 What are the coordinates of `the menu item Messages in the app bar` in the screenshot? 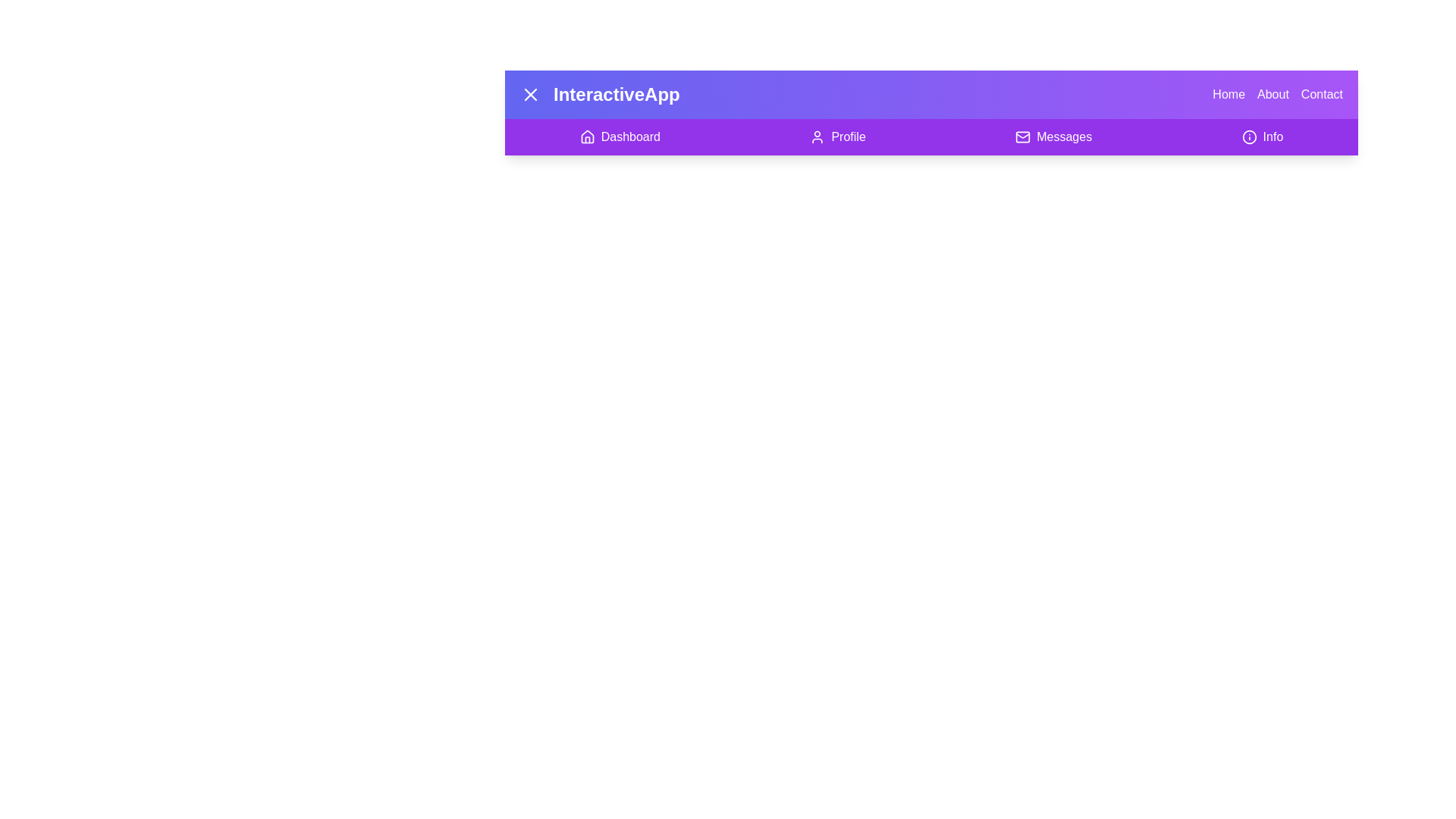 It's located at (1053, 137).